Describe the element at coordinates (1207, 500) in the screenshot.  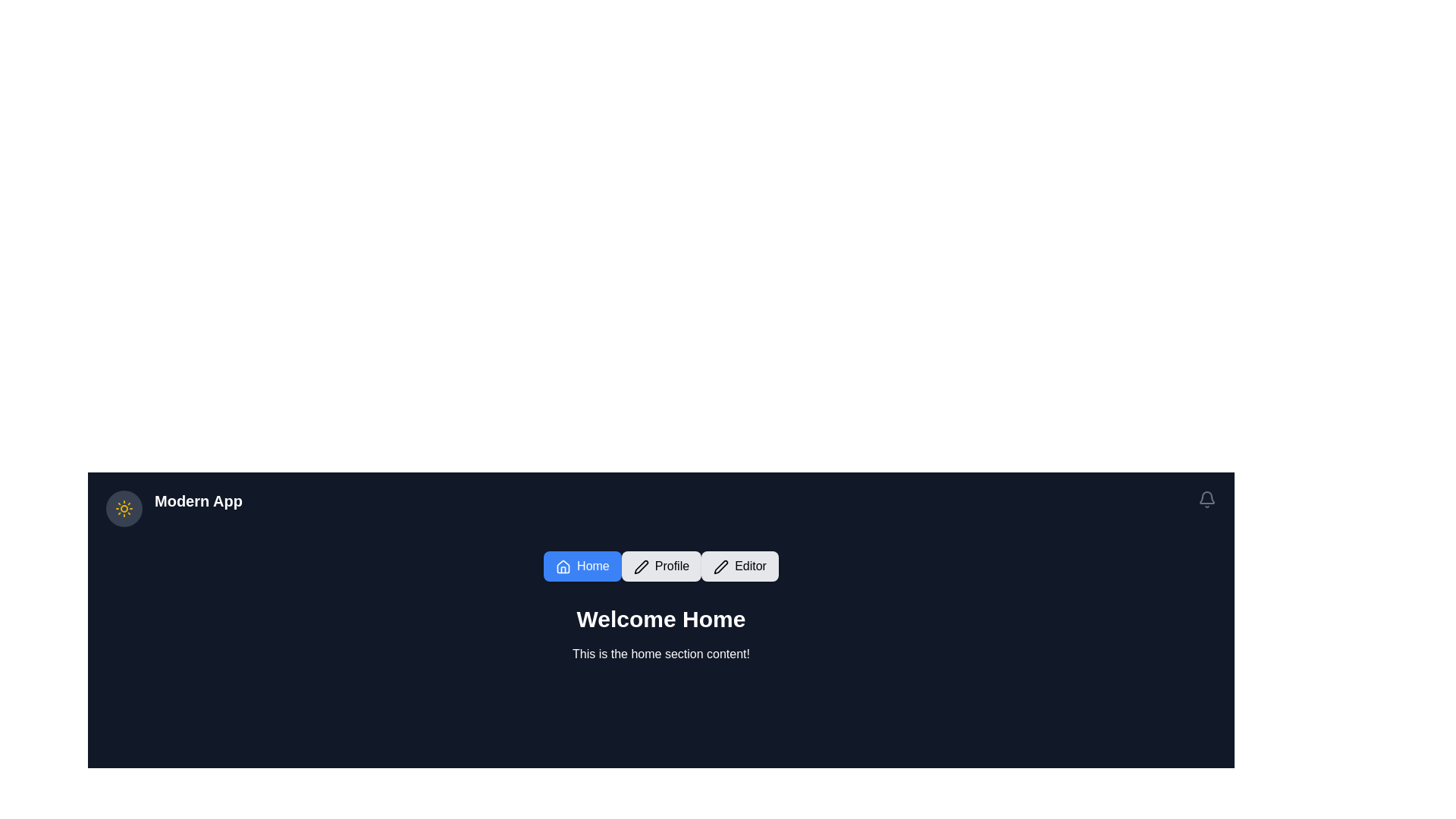
I see `the gray bell-shaped notification icon located at the top-right corner of the header section, which is visually isolated from other elements` at that location.